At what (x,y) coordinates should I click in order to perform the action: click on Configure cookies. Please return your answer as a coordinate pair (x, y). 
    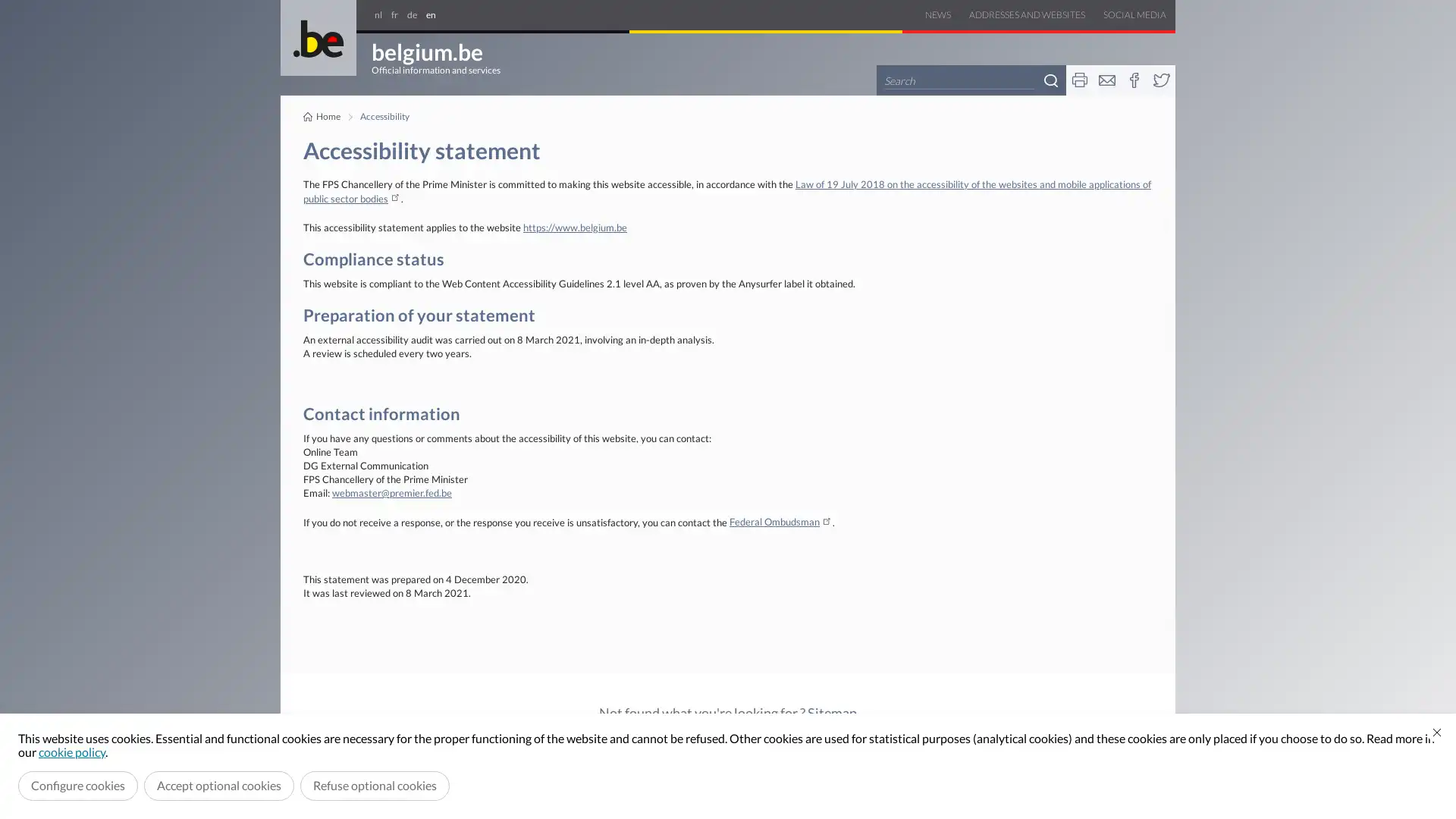
    Looking at the image, I should click on (77, 785).